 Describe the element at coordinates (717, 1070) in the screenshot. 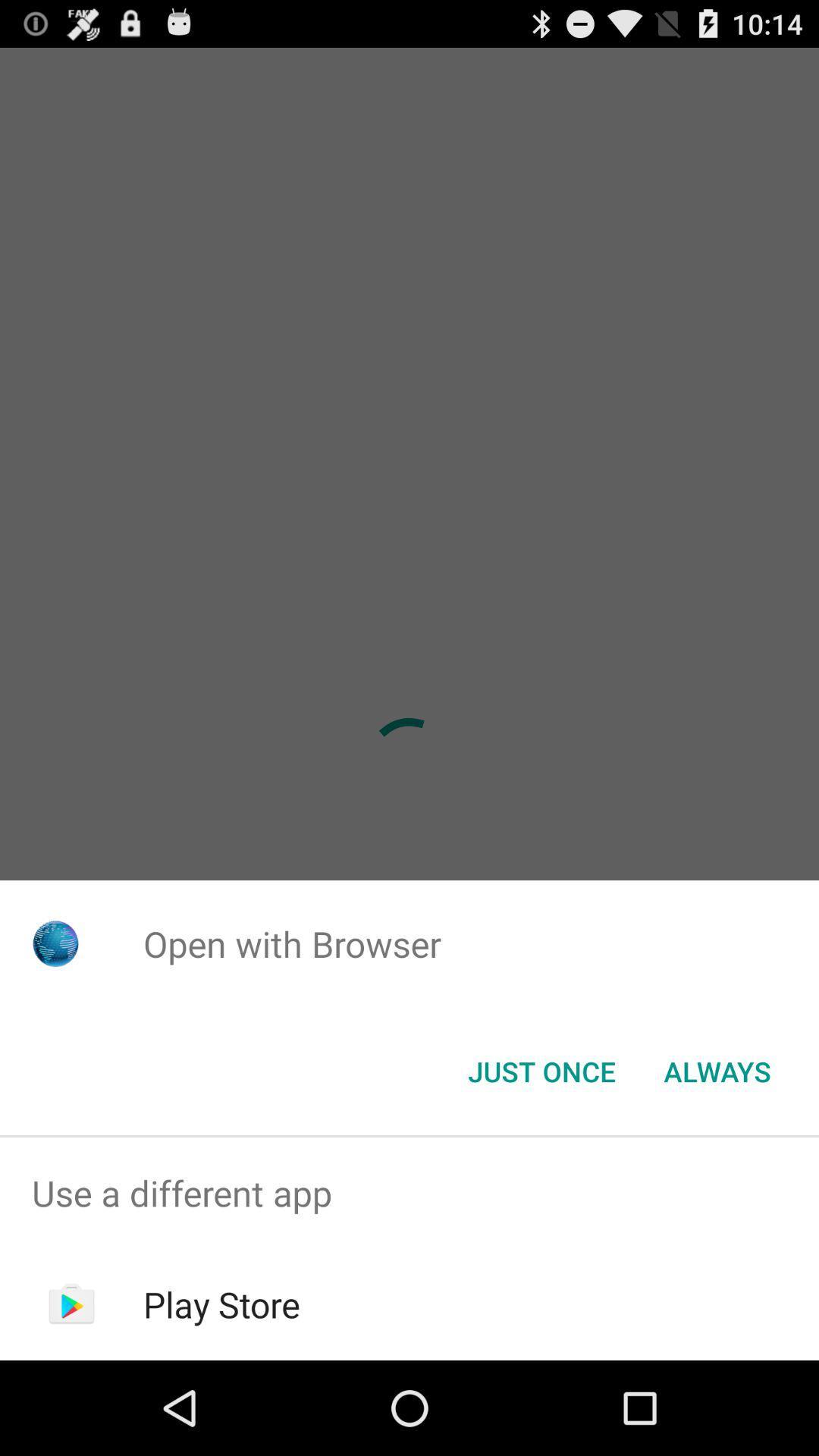

I see `the always icon` at that location.